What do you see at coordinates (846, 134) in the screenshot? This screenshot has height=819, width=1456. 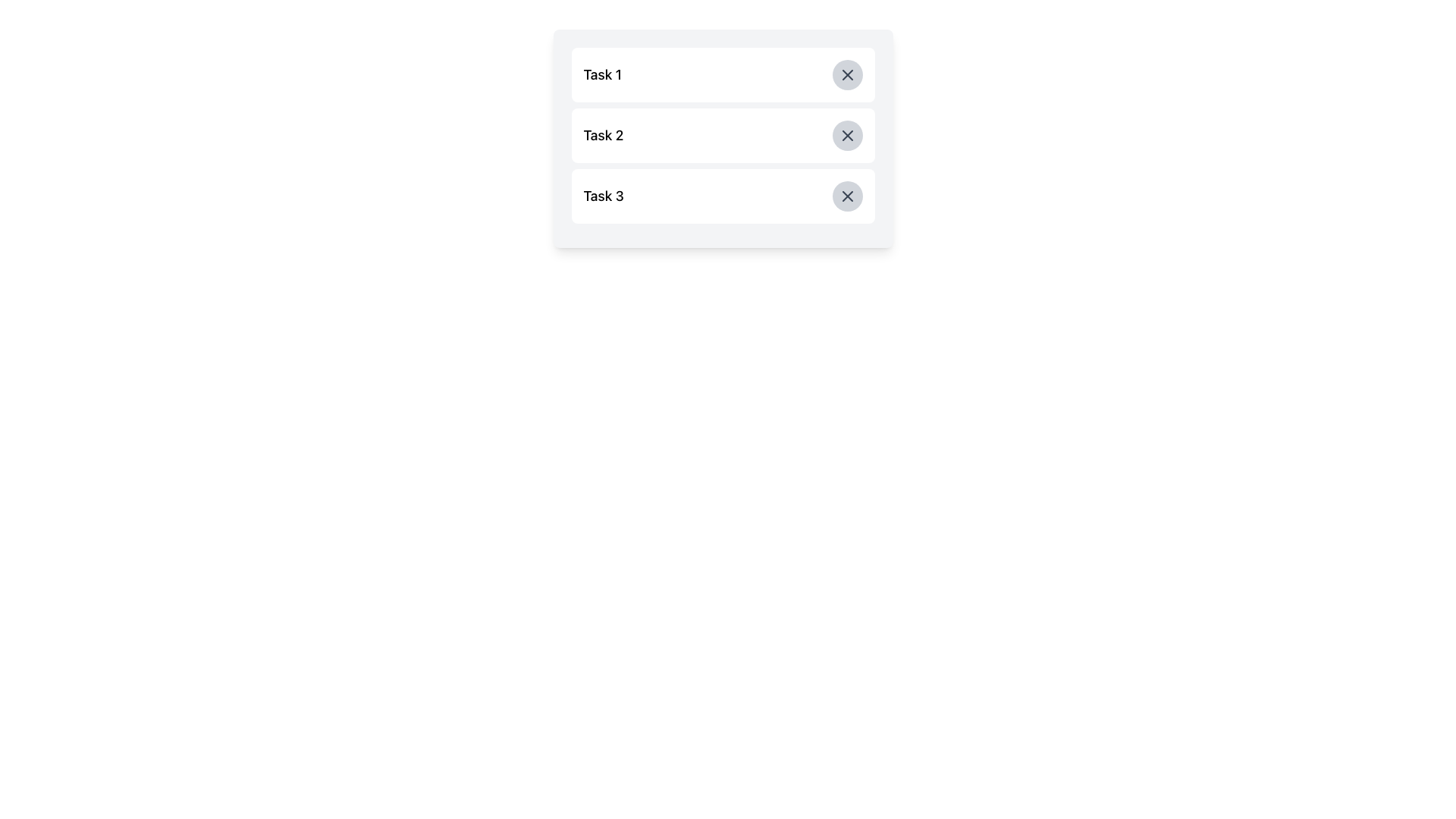 I see `the second button aligned vertically in the task list` at bounding box center [846, 134].